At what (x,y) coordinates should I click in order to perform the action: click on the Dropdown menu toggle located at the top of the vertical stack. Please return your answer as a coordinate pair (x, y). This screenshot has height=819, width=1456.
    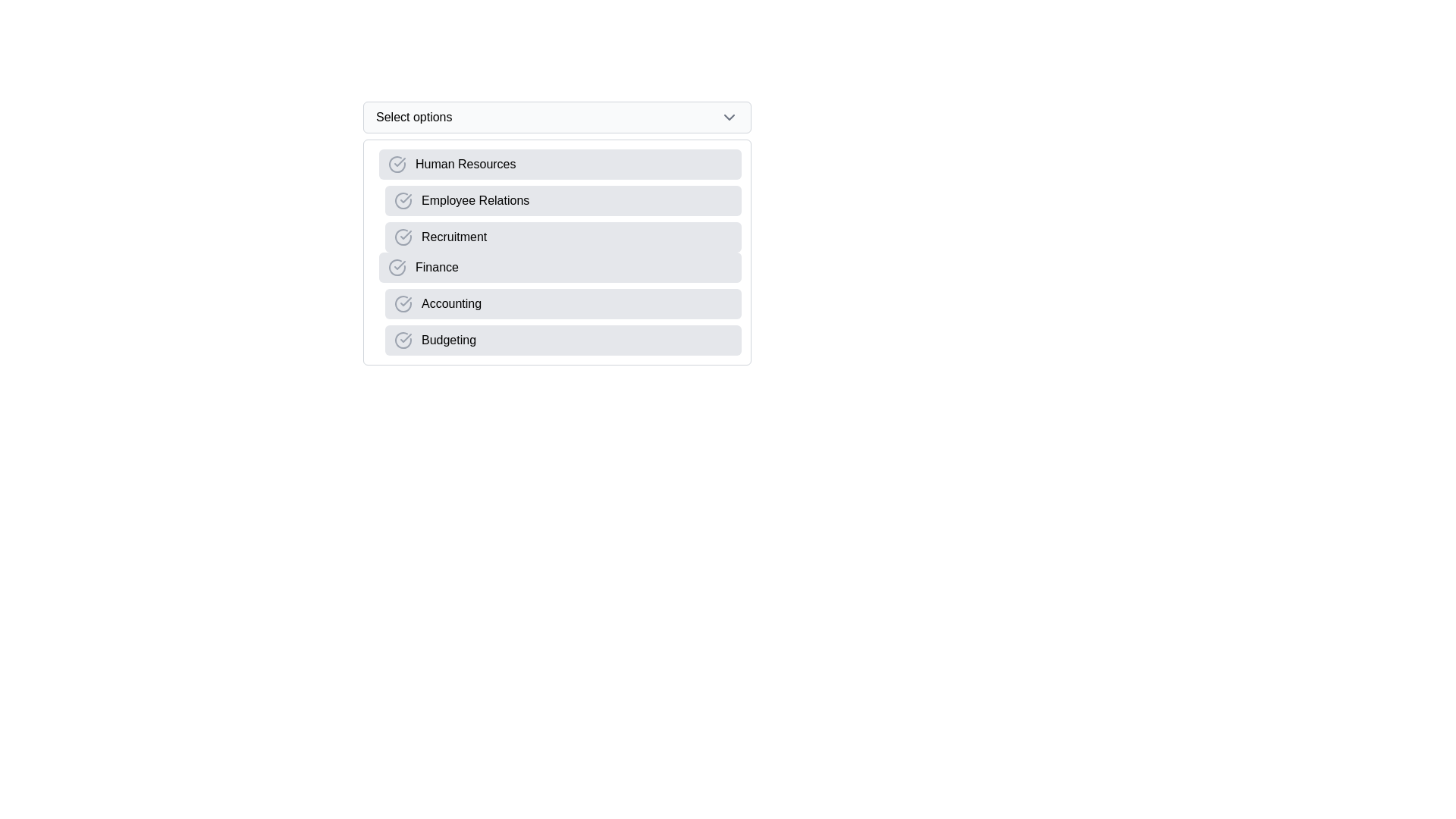
    Looking at the image, I should click on (556, 116).